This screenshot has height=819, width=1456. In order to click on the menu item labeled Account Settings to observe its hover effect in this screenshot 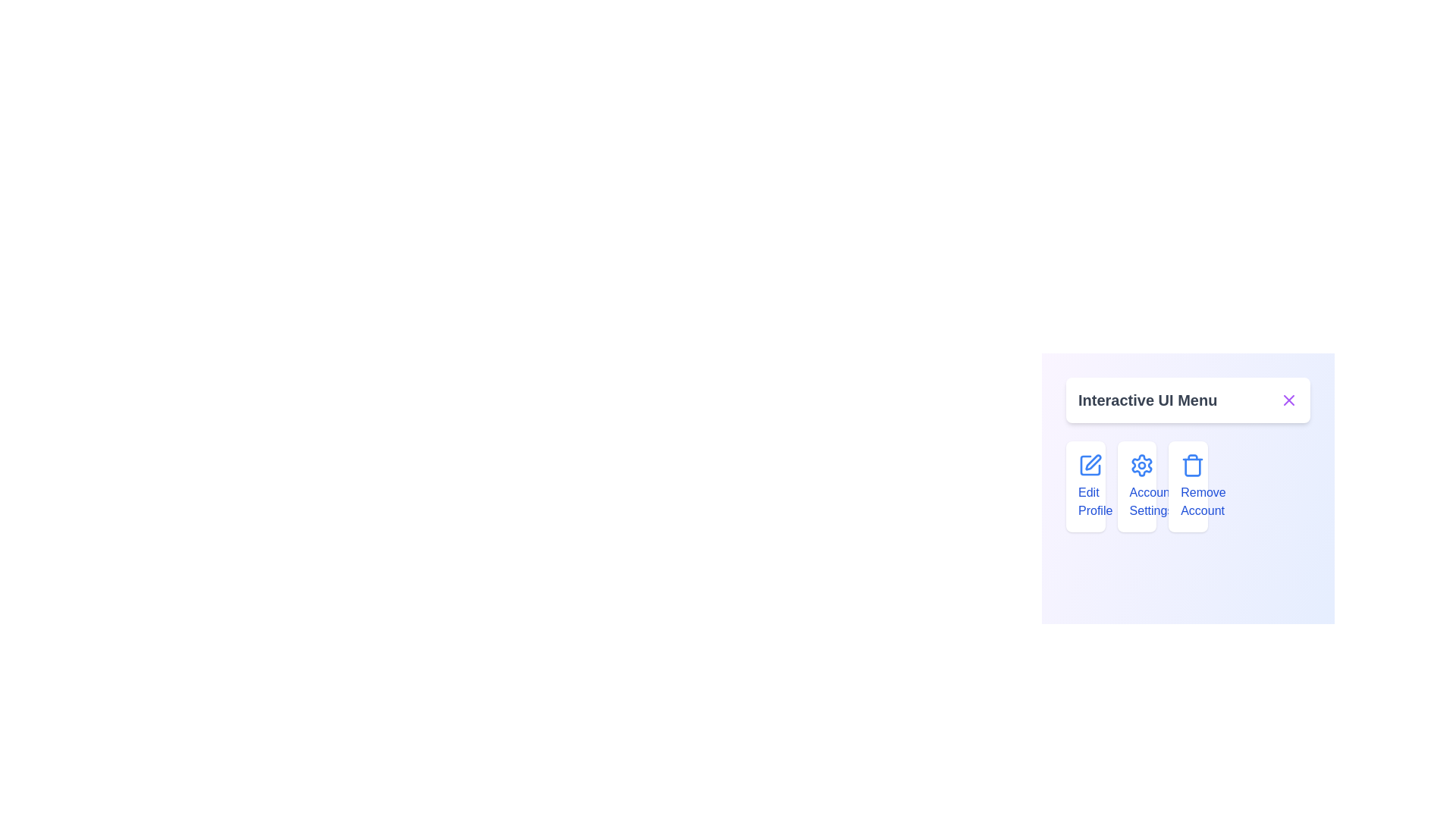, I will do `click(1137, 486)`.